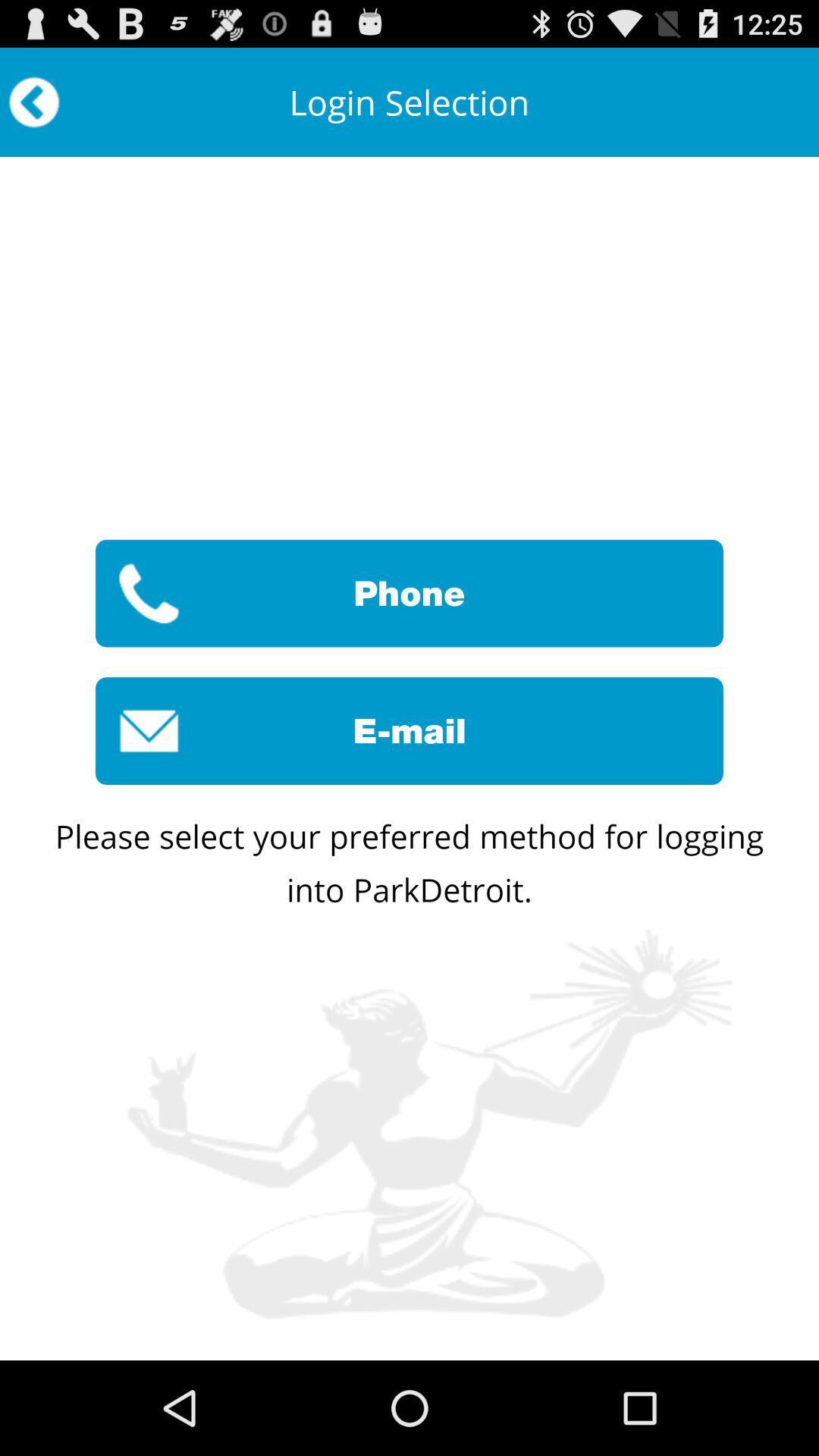 Image resolution: width=819 pixels, height=1456 pixels. Describe the element at coordinates (34, 108) in the screenshot. I see `the arrow_backward icon` at that location.